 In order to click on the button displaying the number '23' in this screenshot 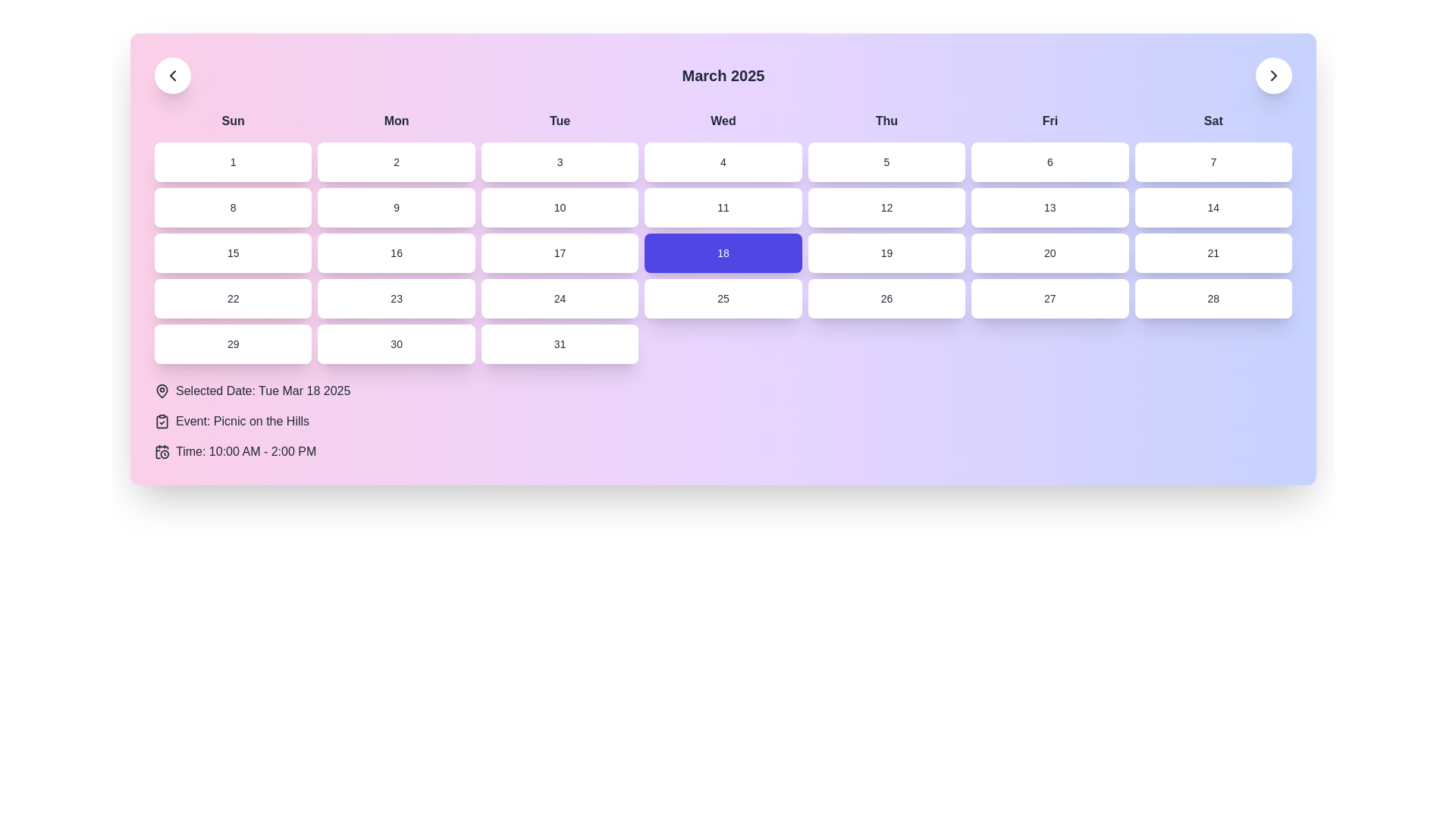, I will do `click(397, 298)`.